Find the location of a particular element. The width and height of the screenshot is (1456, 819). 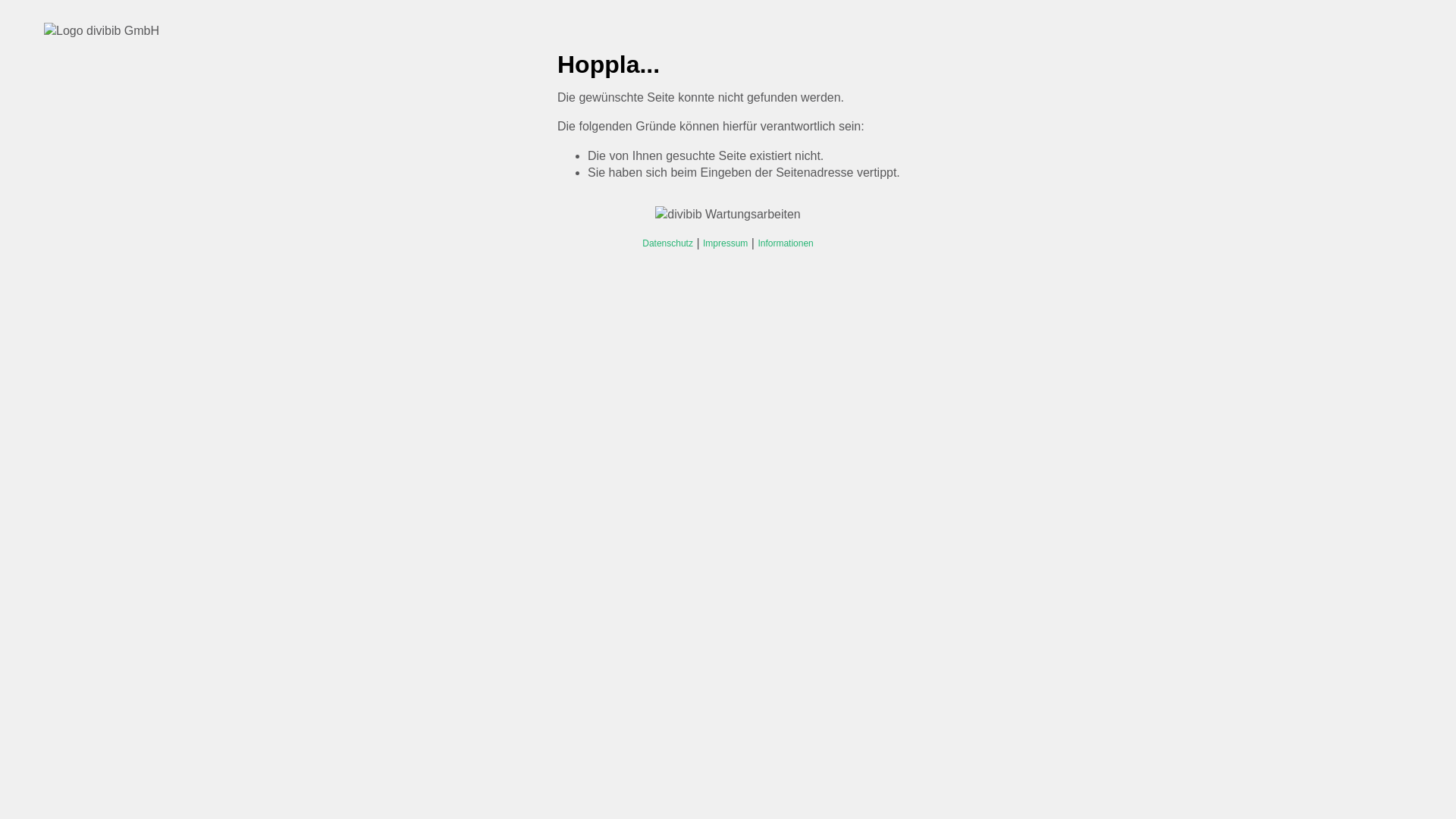

'Informationen' is located at coordinates (785, 243).